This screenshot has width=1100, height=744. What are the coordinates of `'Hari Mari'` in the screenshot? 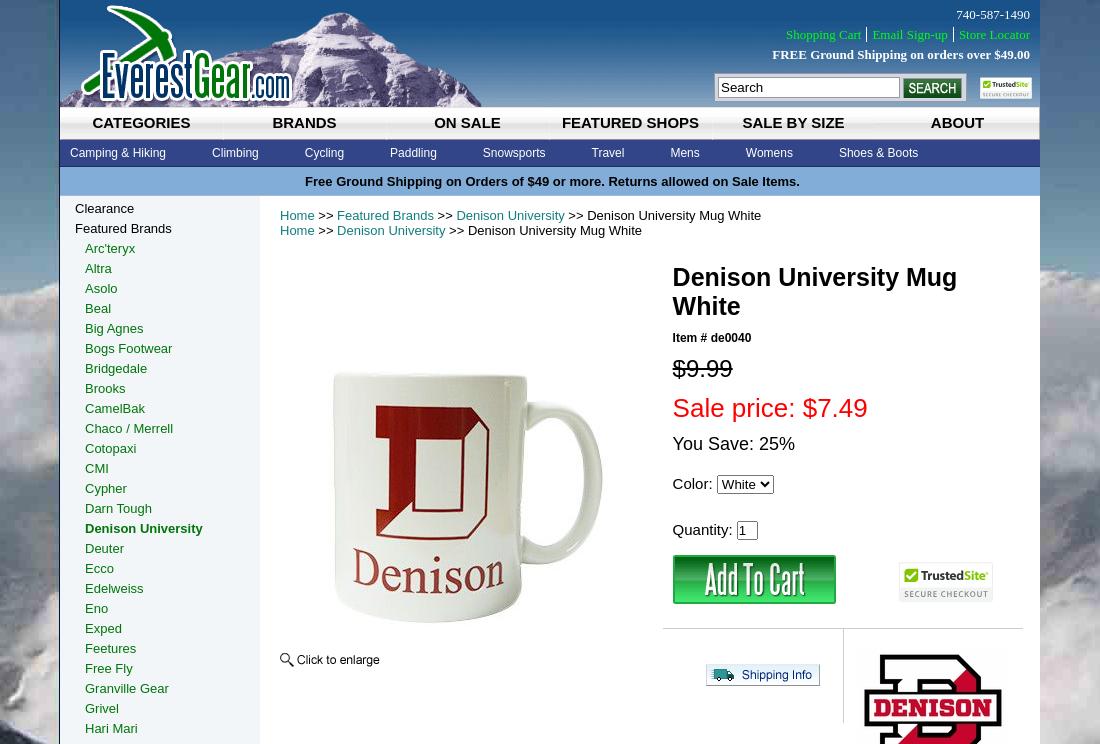 It's located at (110, 727).